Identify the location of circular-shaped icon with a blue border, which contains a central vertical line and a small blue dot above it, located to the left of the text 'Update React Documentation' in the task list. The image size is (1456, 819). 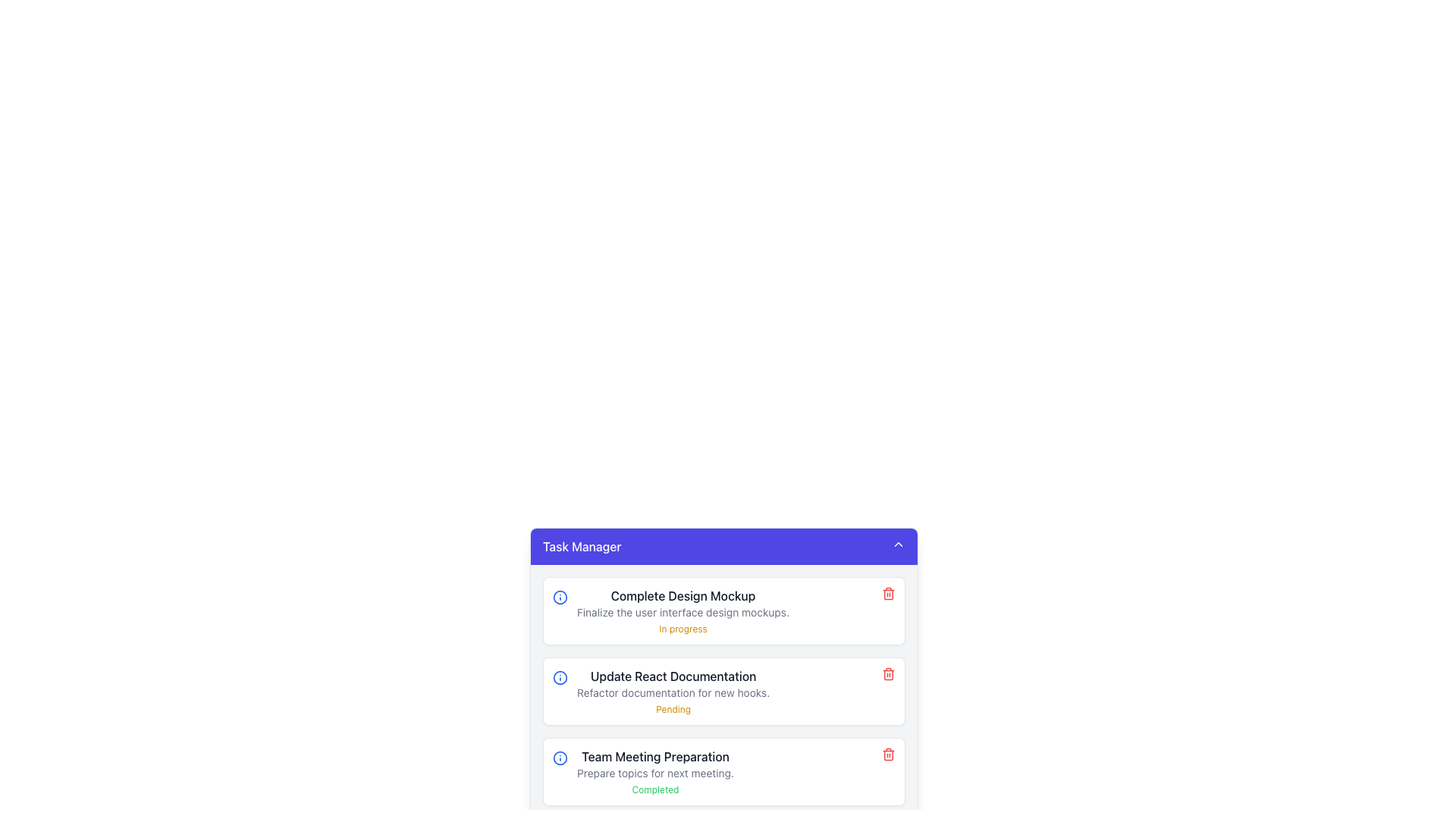
(560, 677).